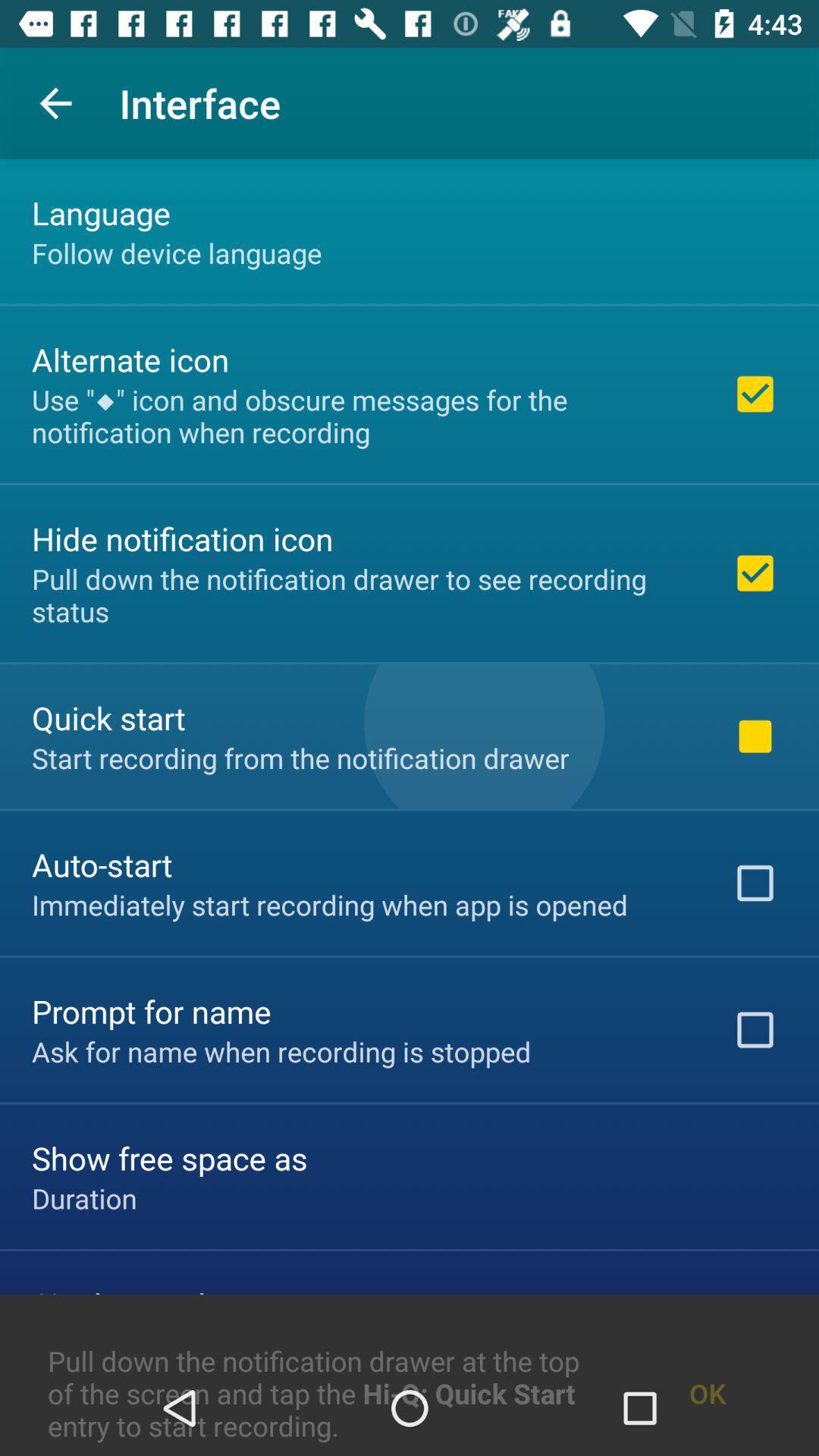 The width and height of the screenshot is (819, 1456). What do you see at coordinates (130, 359) in the screenshot?
I see `the alternate icon icon` at bounding box center [130, 359].